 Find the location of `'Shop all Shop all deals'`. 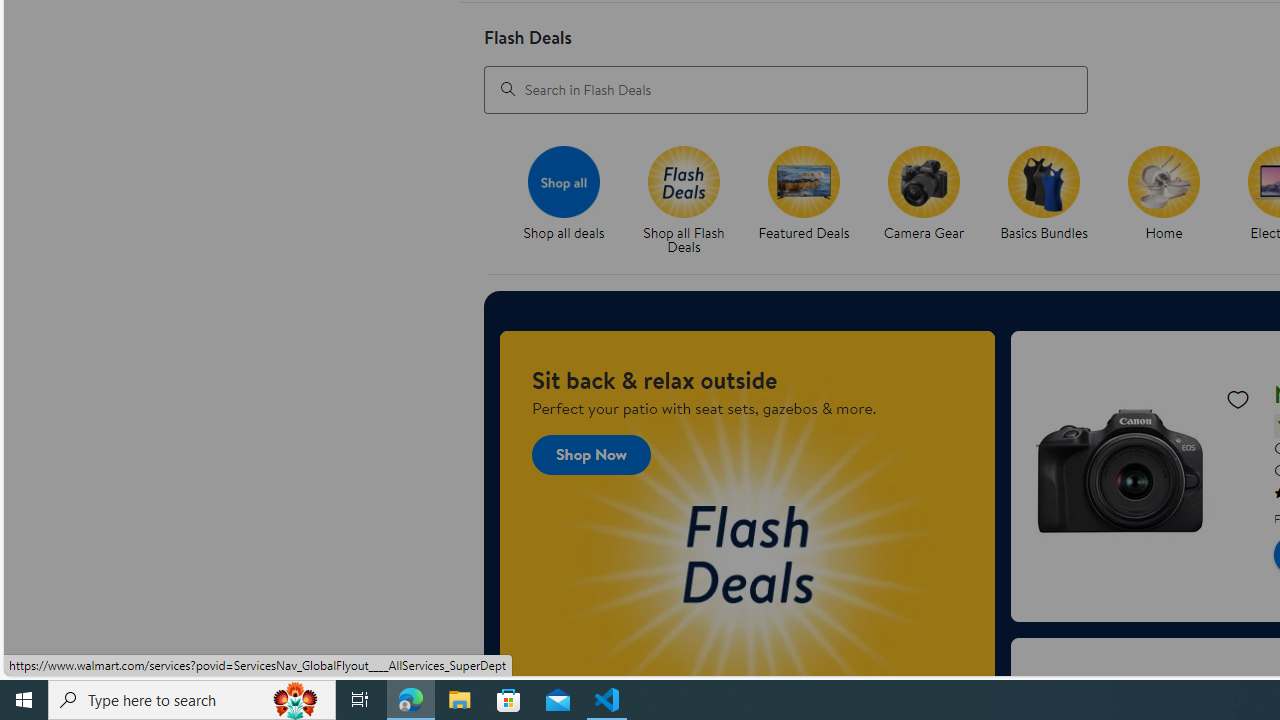

'Shop all Shop all deals' is located at coordinates (562, 194).